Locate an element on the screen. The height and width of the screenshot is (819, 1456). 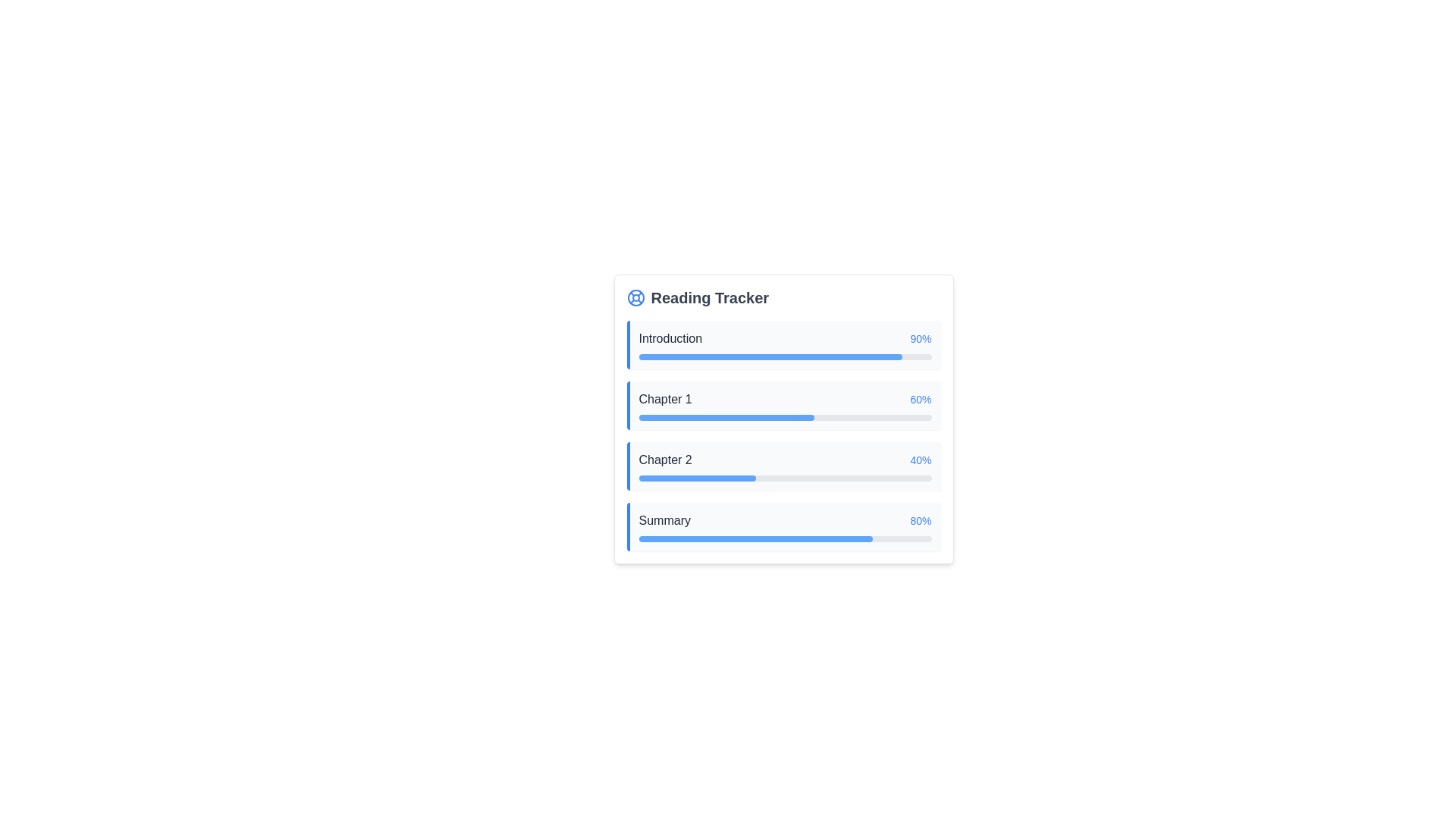
the Progress Tracker element labeled 'Chapter 2' which displays a progress of '40%' on the right side is located at coordinates (783, 465).